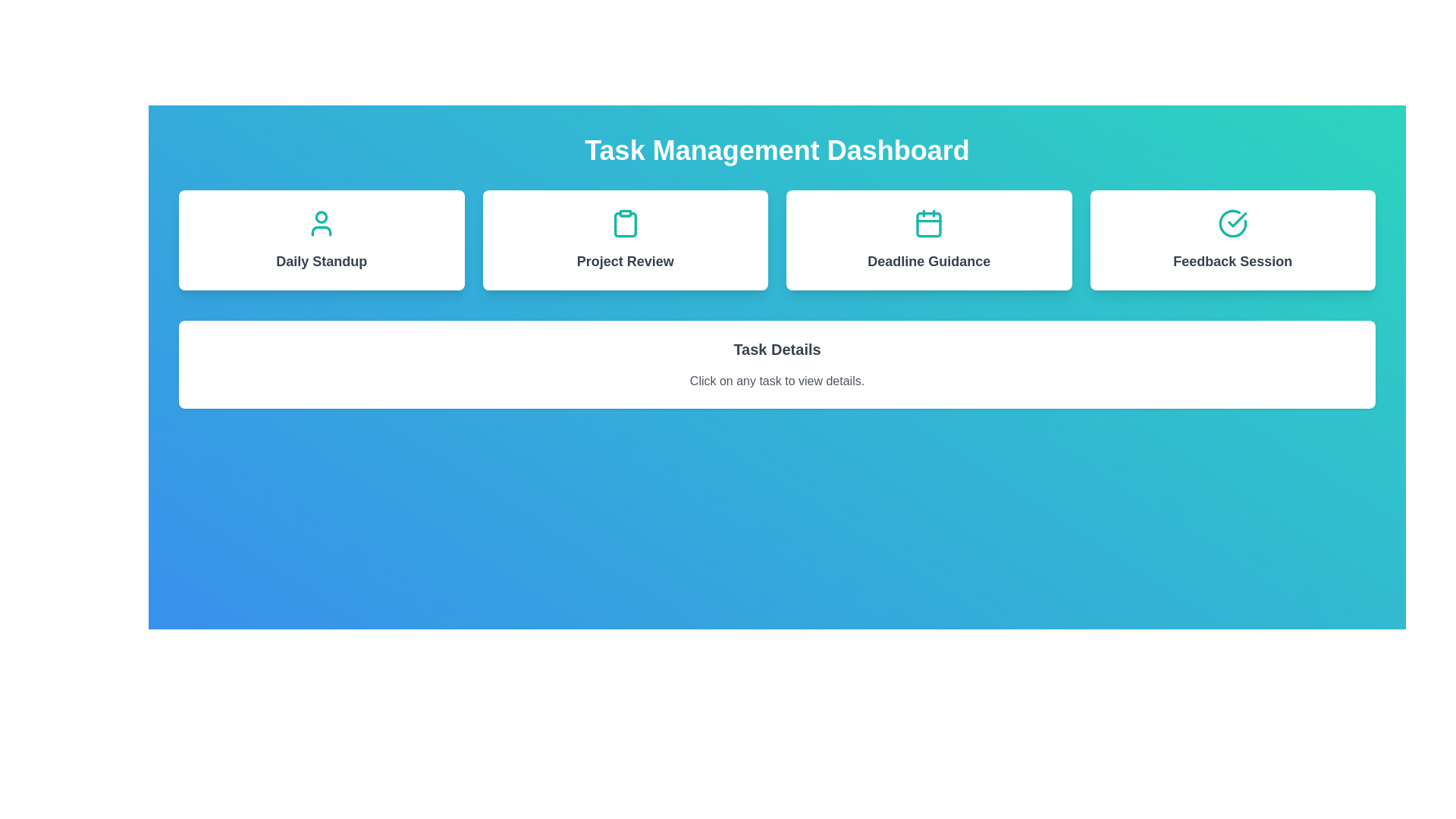  What do you see at coordinates (1232, 223) in the screenshot?
I see `the 'Feedback Session' icon located at the top-center of the 'Feedback Session' card in the 'Task Management Dashboard'` at bounding box center [1232, 223].